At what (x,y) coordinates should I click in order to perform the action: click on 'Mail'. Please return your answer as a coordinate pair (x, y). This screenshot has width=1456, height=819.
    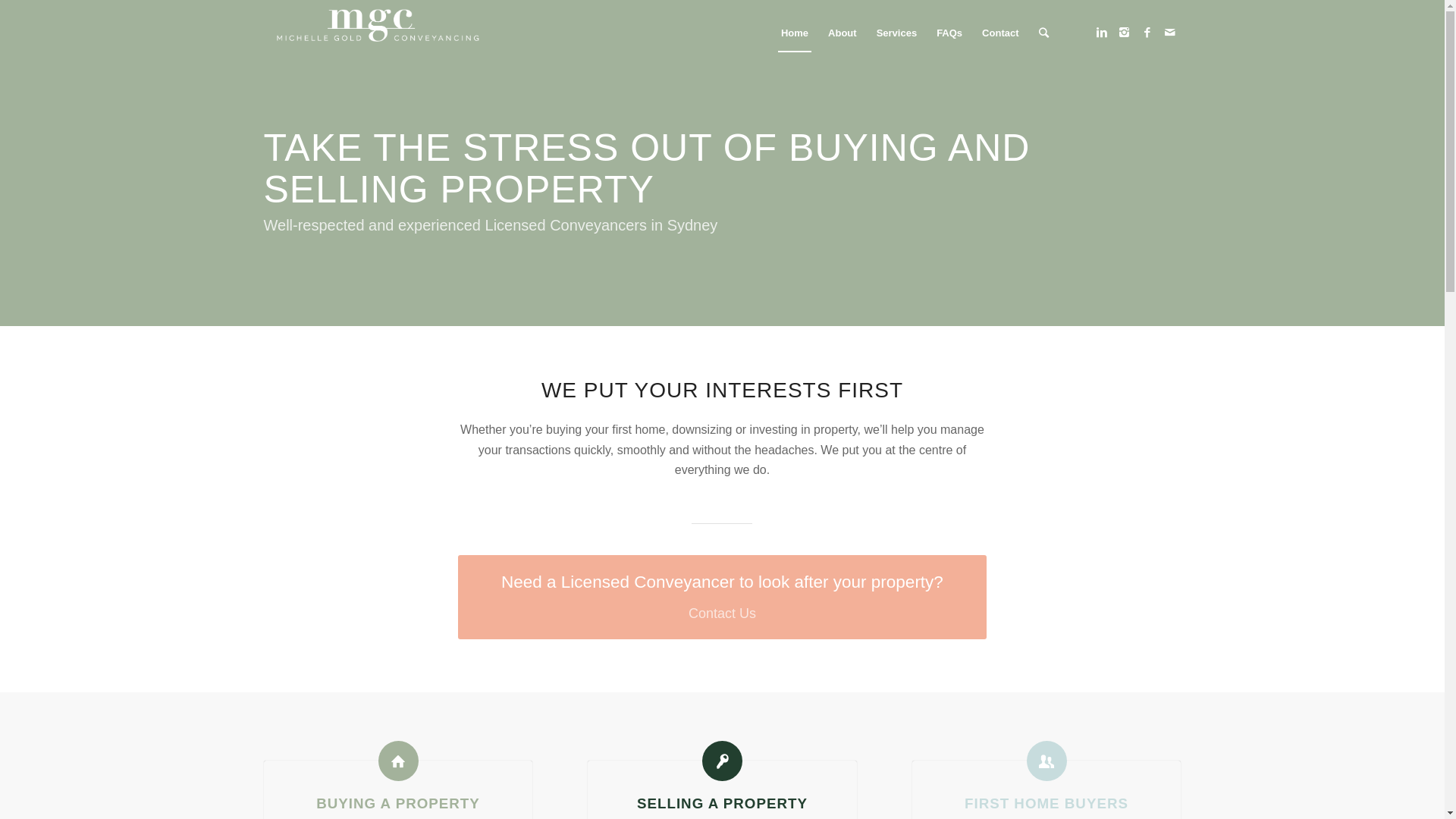
    Looking at the image, I should click on (1169, 32).